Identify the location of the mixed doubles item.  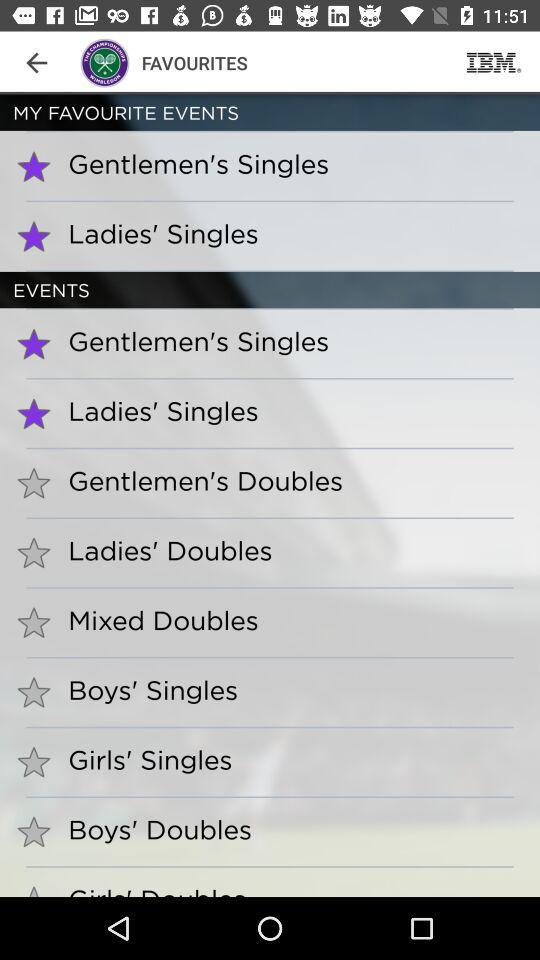
(155, 619).